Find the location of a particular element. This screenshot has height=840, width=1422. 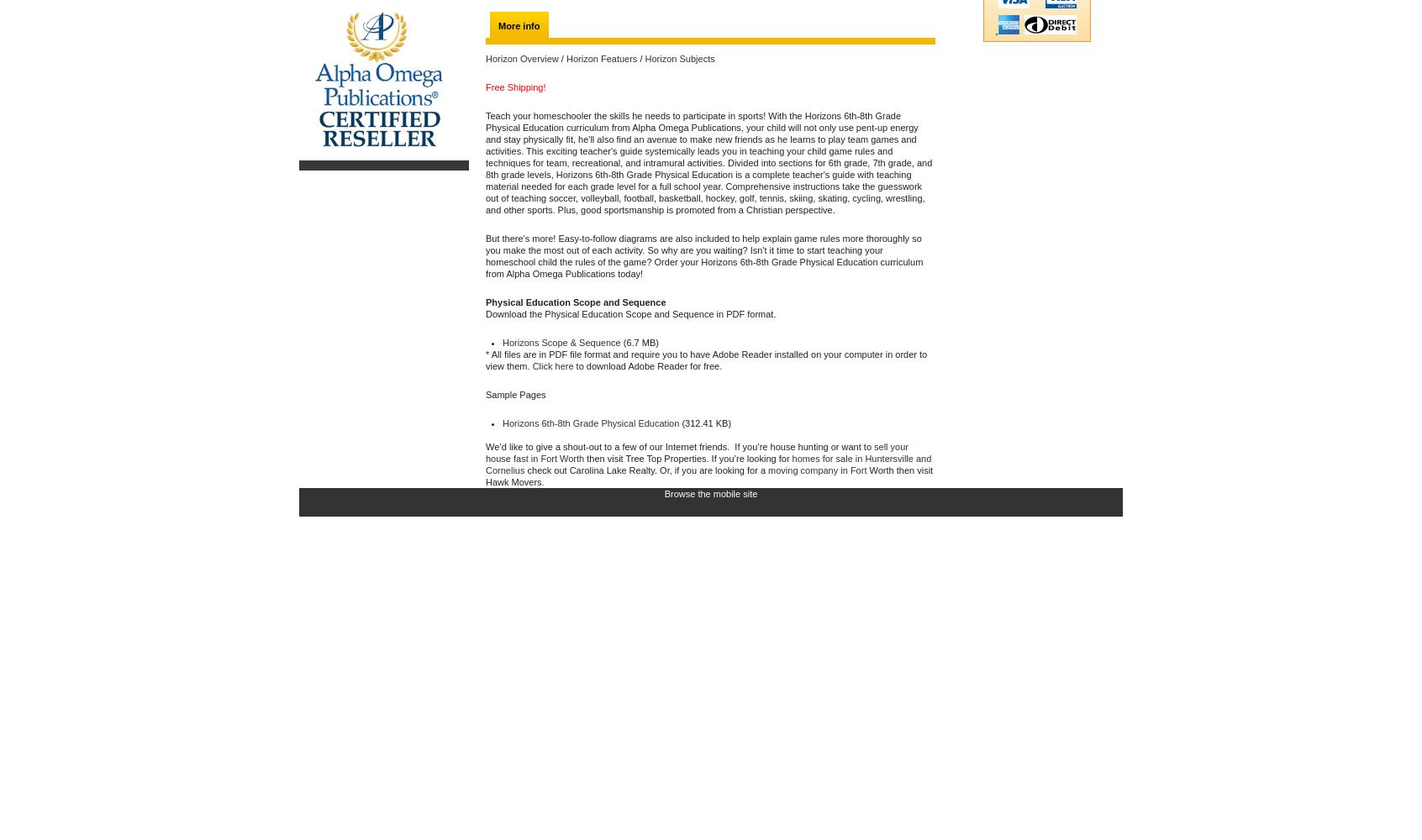

'Teach your homeschooler the skills he needs to participate in sports! With the Horizons 6th-8th Grade Physical Education curriculum from Alpha Omega Publications, your child will not only use pent-up energy and stay physically fit, he'll also find an avenue to make new friends as he learns to play team games and activities. This exciting teacher's guide systemically leads you in teaching your child game rules and techniques for team, recreational, and intramural activities. Divided into sections for 6th grade, 7th grade, and 8th grade levels, Horizons 6th-8th Grade Physical Education is a complete teacher's guide with teaching material needed for each grade level for a full school year. Comprehensive instructions take the guesswork out of teaching soccer, volleyball, football, basketball, hockey, golf, tennis, skiing, skating, cycling, wrestling, and other sports. Plus, good sportsmanship is promoted from a Christian perspective.' is located at coordinates (708, 162).